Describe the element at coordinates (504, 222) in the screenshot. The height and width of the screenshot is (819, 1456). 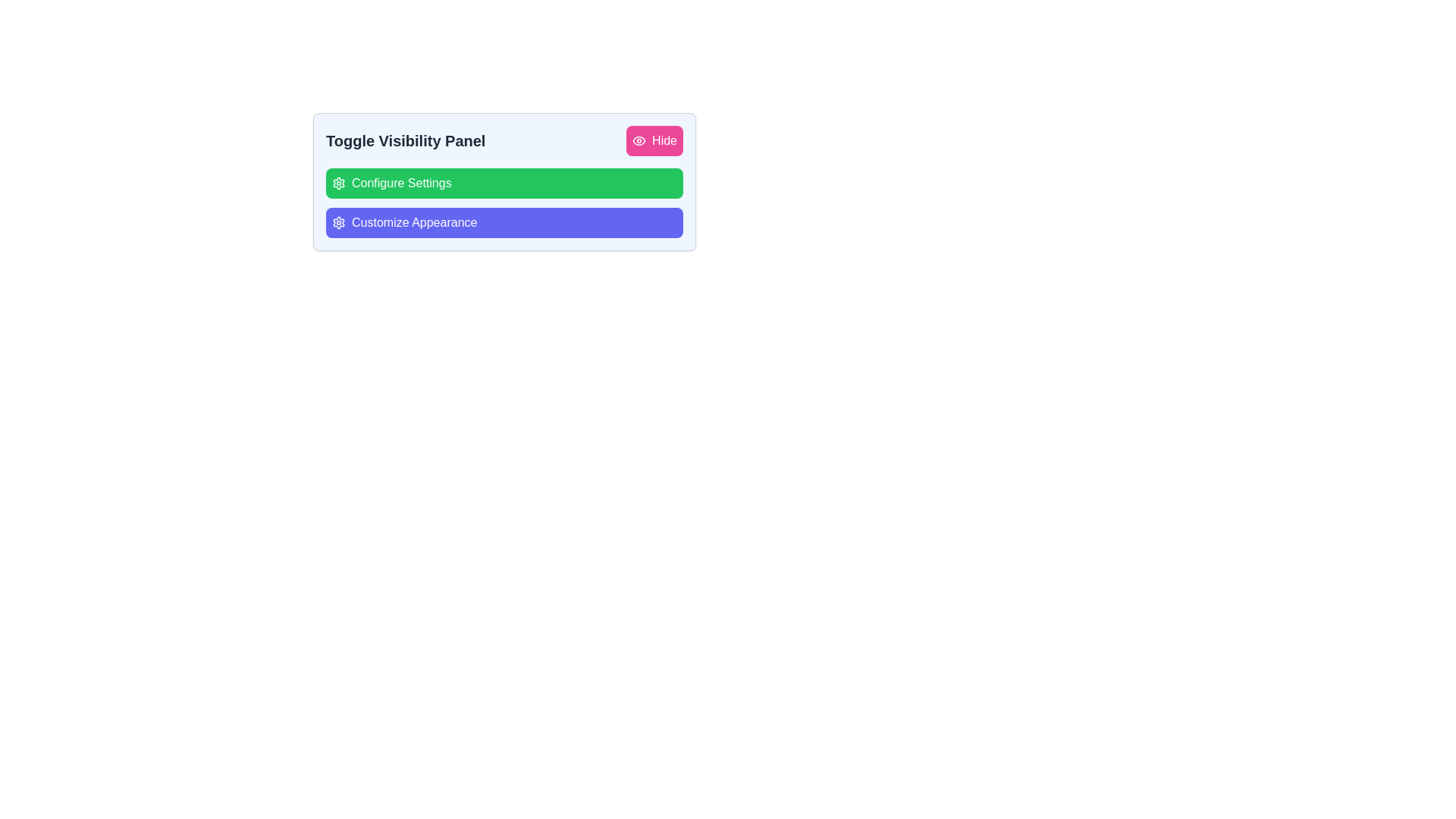
I see `the second button in the vertically stacked group beneath the 'Configure Settings' button` at that location.